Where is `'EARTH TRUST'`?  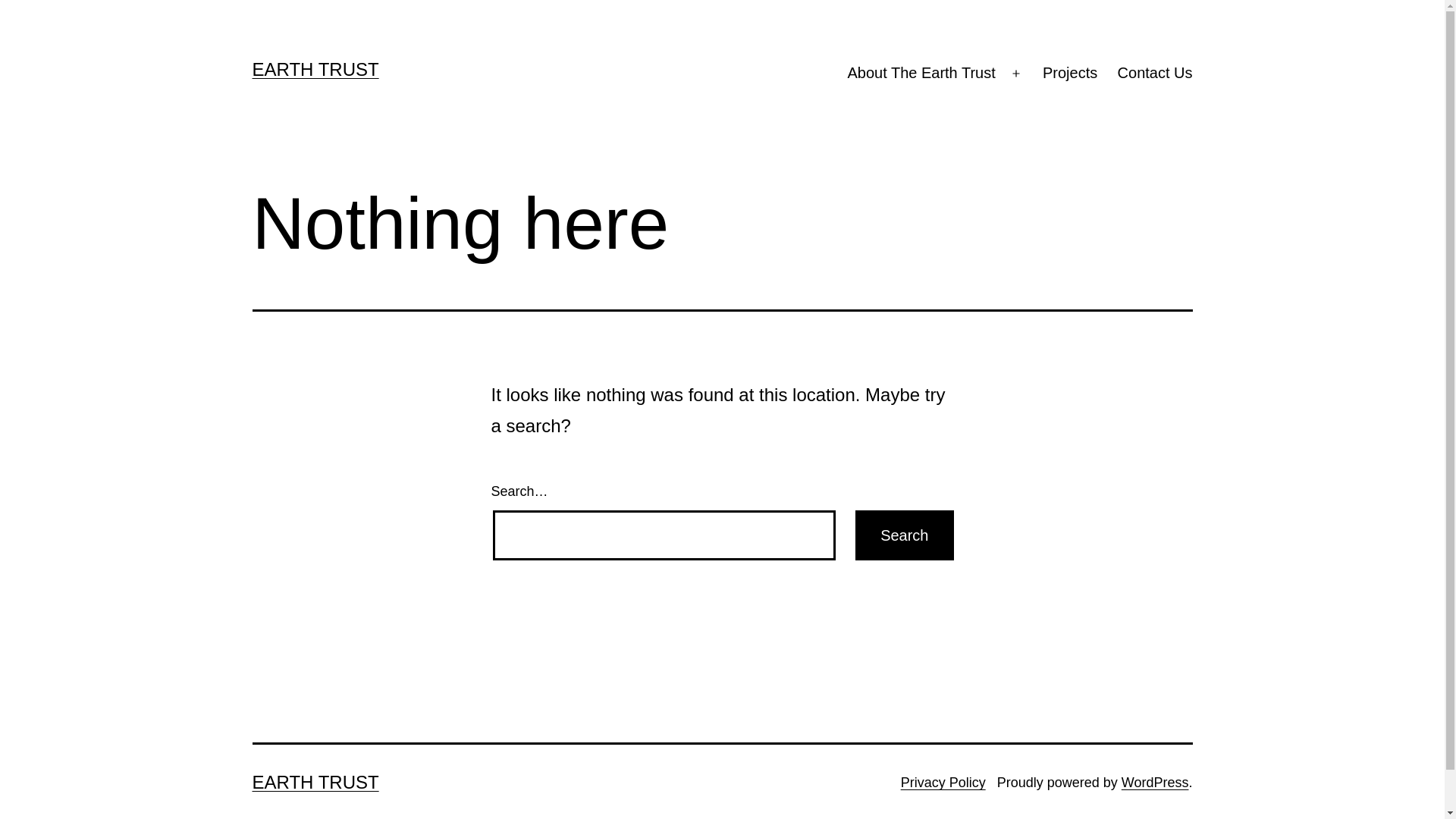 'EARTH TRUST' is located at coordinates (314, 782).